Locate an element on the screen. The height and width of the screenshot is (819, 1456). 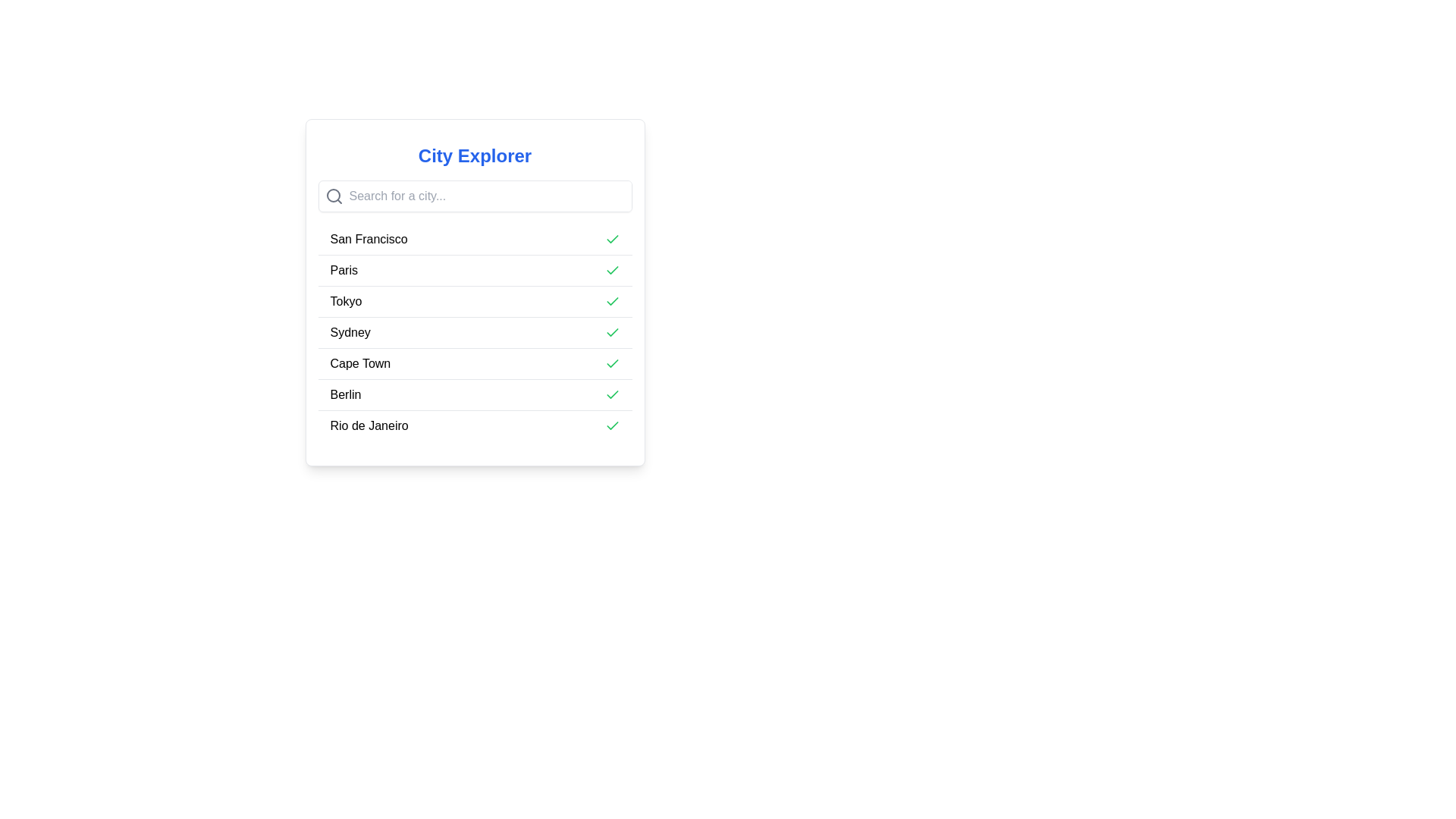
the List Item displaying 'Cape Town' in the 'City Explorer' section is located at coordinates (474, 363).